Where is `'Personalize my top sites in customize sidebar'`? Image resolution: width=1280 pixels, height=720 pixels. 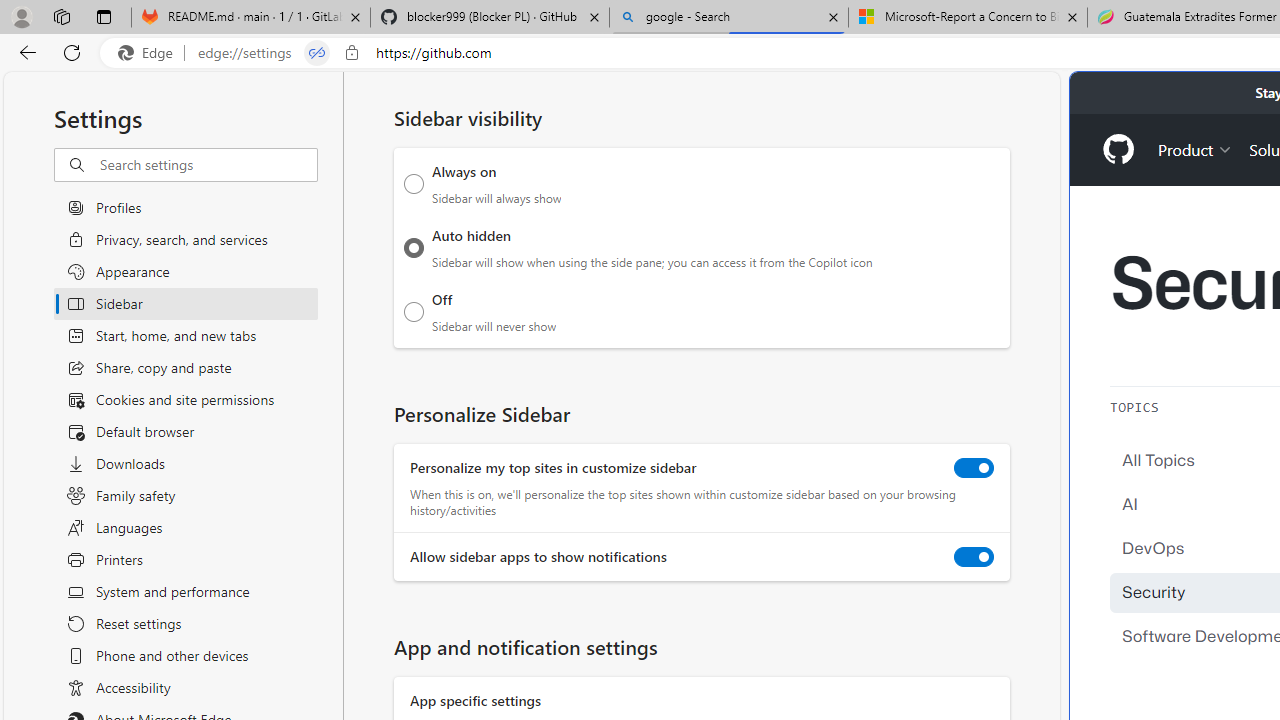
'Personalize my top sites in customize sidebar' is located at coordinates (974, 468).